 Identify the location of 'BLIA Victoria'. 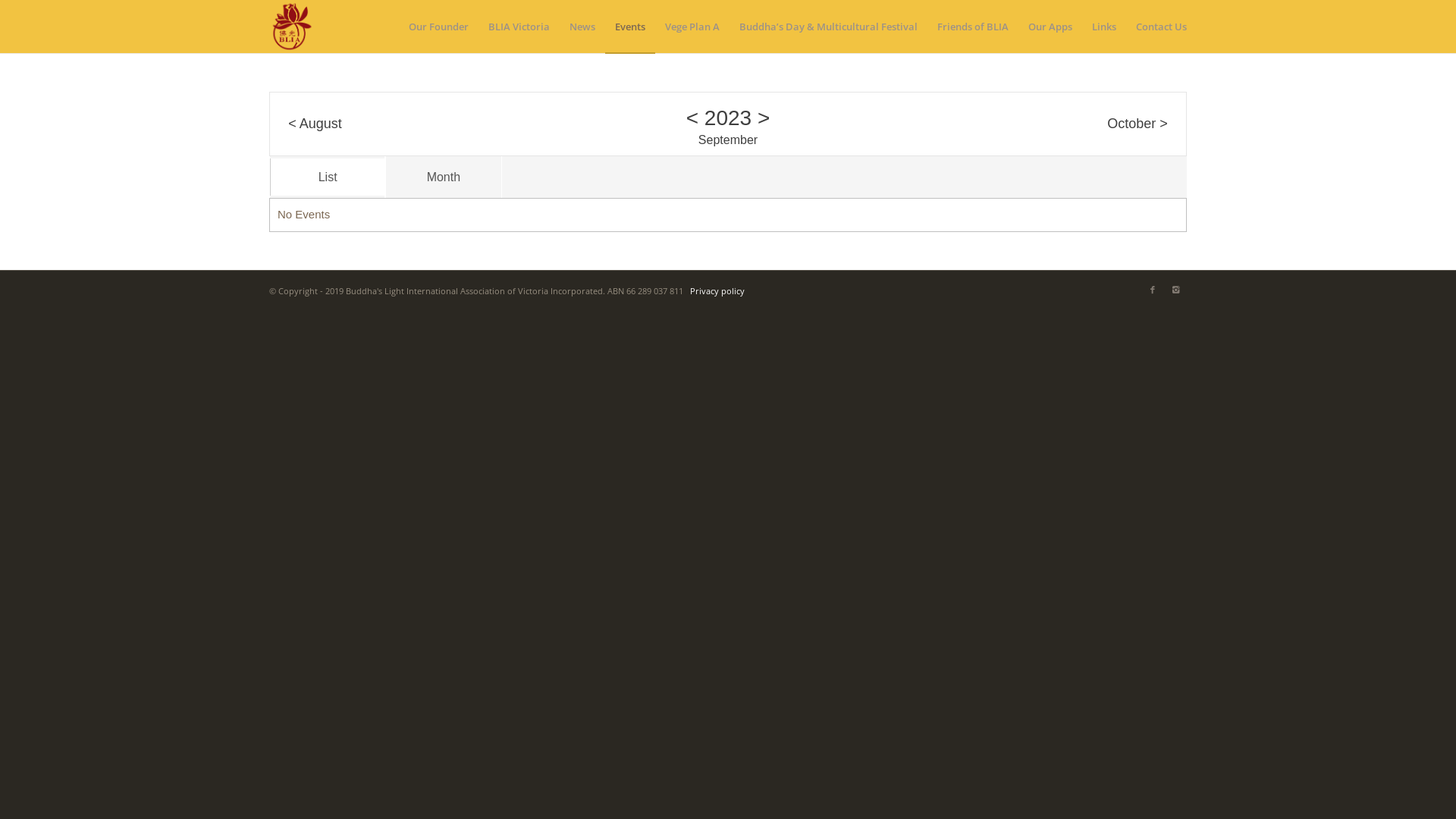
(519, 26).